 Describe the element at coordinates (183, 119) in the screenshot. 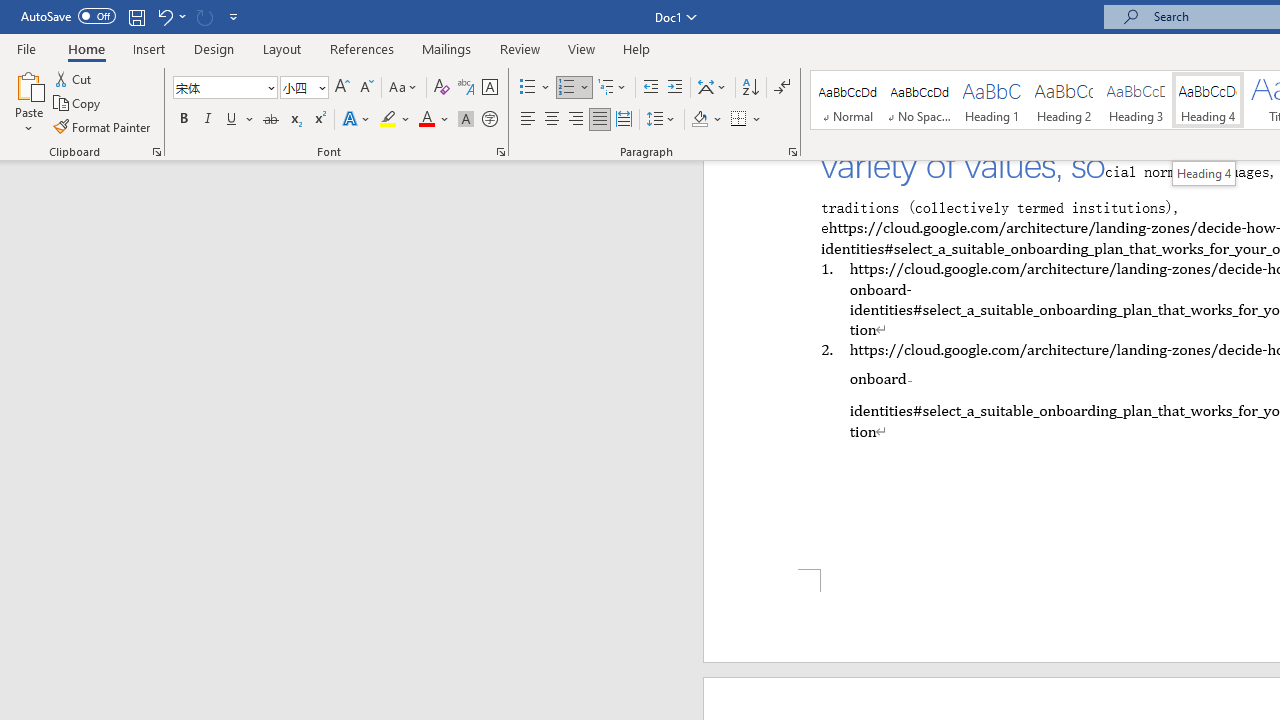

I see `'Bold'` at that location.